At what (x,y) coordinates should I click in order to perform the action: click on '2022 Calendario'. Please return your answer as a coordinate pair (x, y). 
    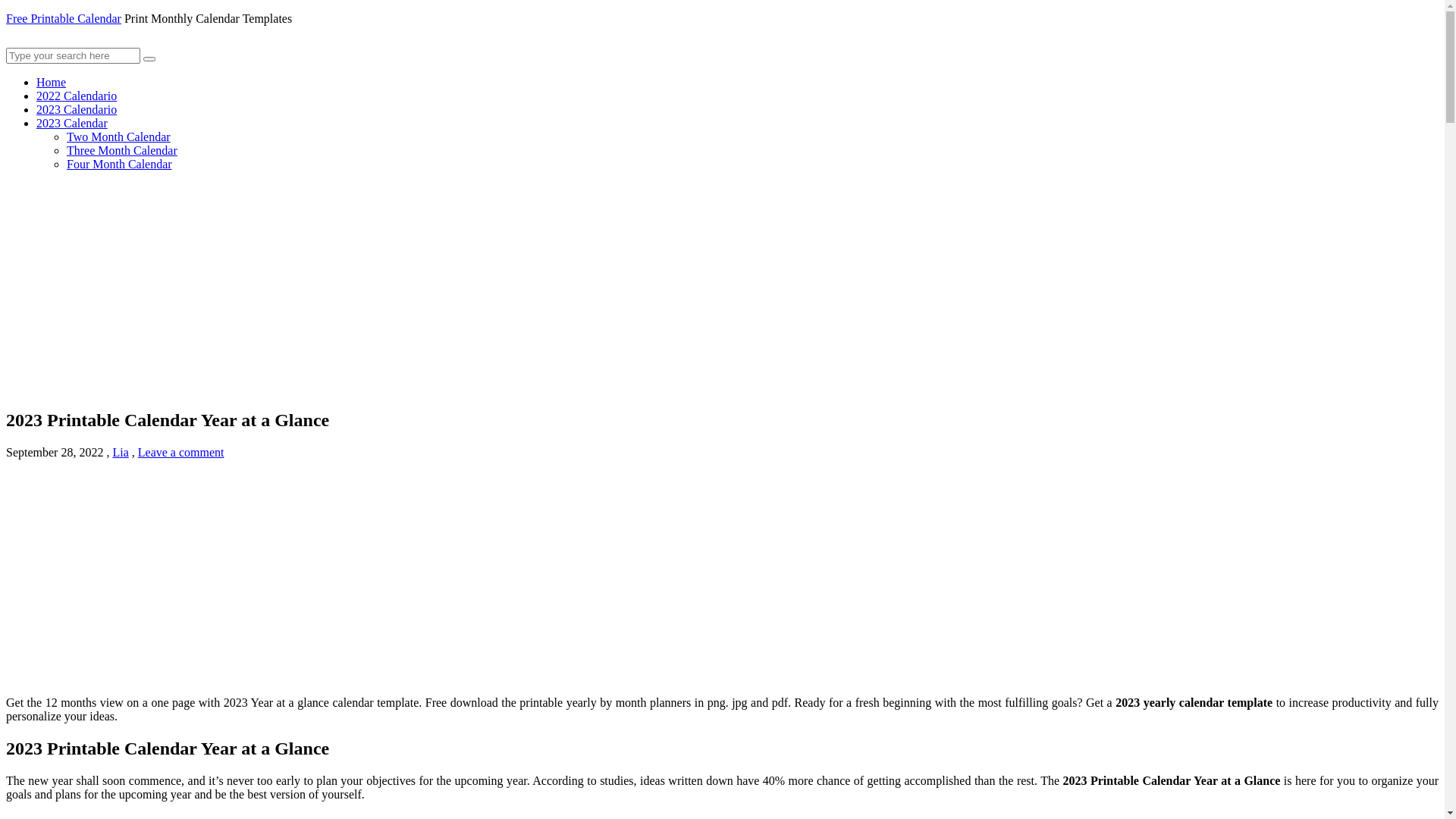
    Looking at the image, I should click on (75, 96).